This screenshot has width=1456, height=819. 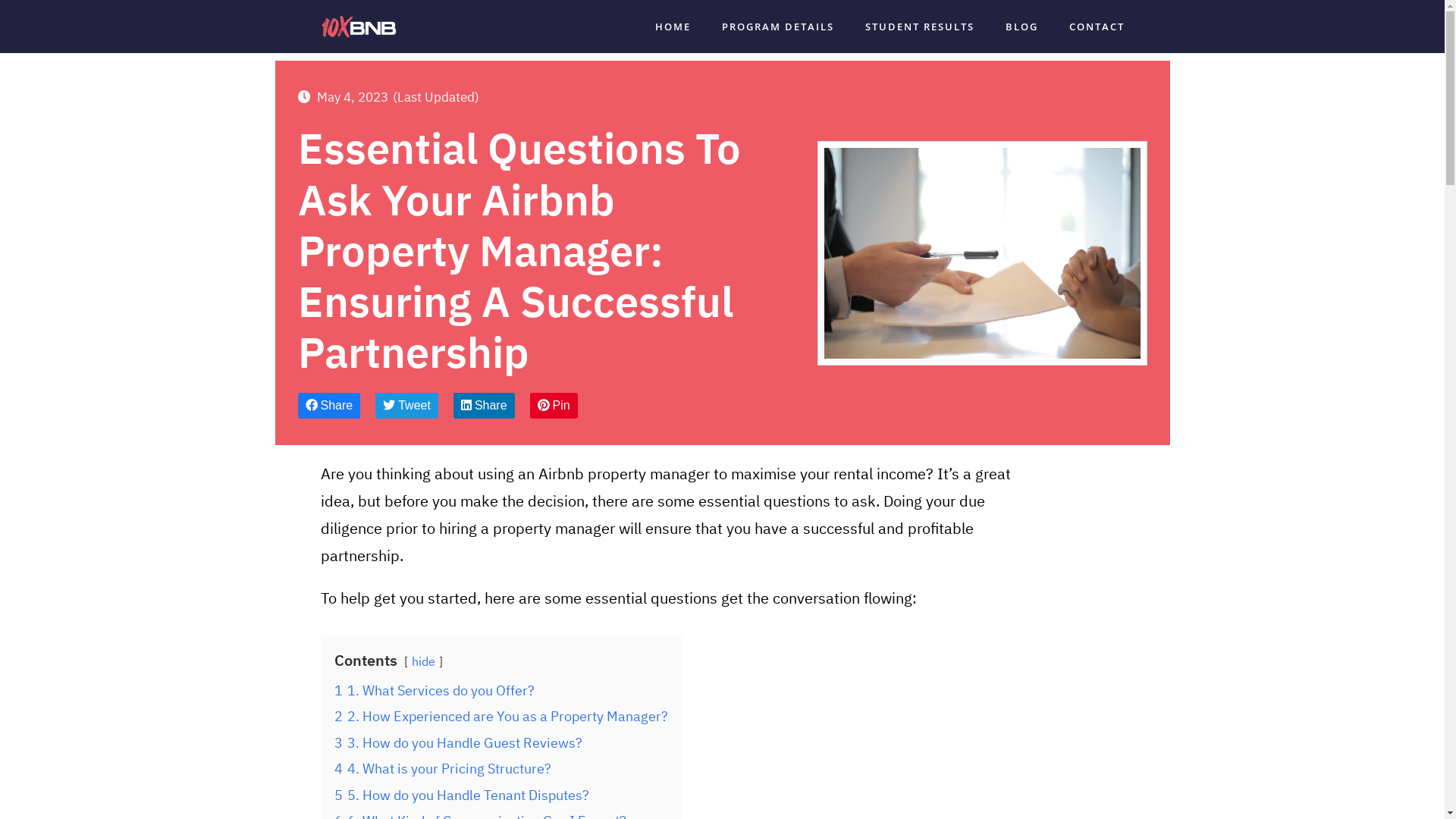 I want to click on '5 5. How do you Handle Tenant Disputes?', so click(x=460, y=794).